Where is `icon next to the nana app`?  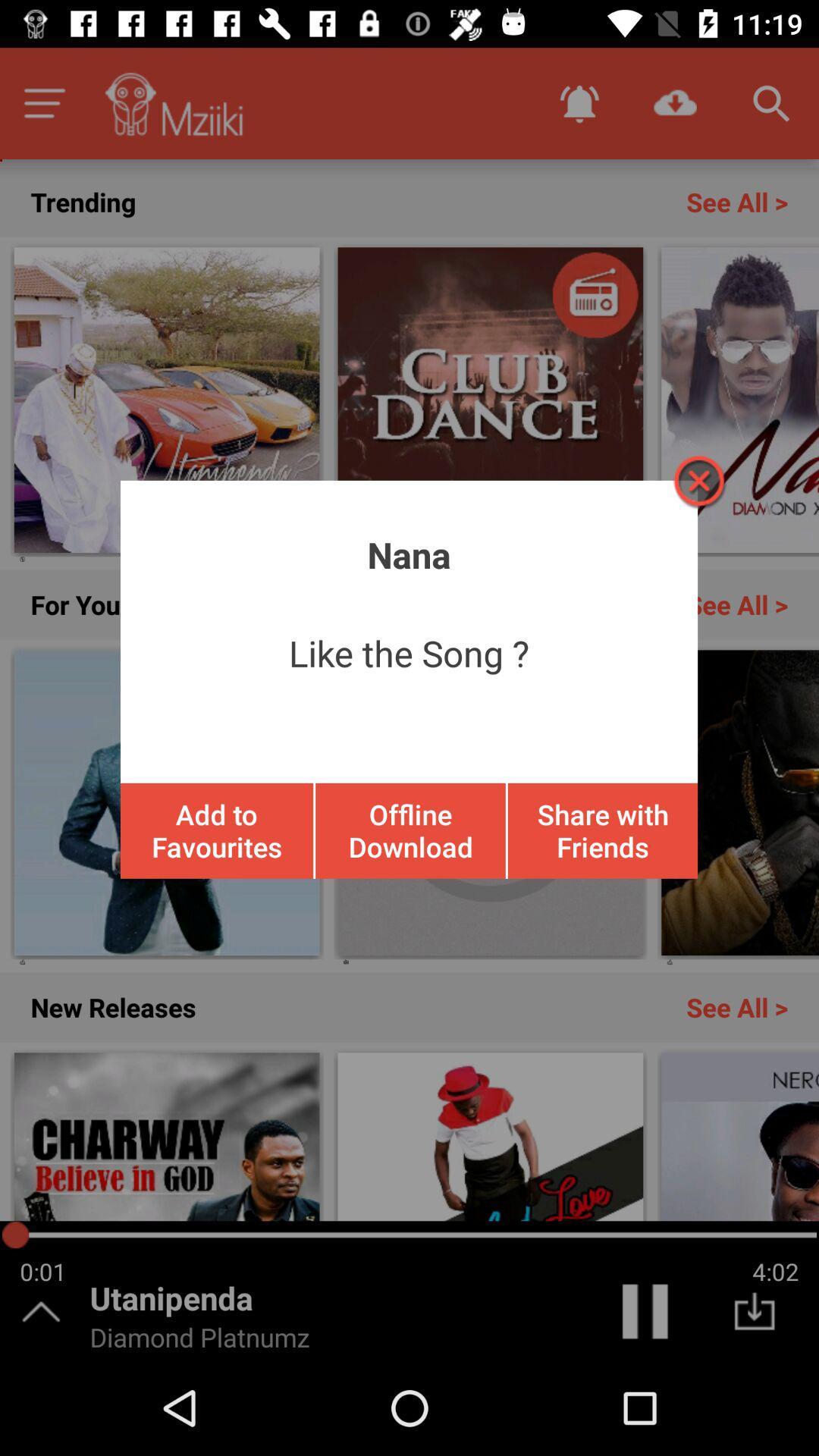 icon next to the nana app is located at coordinates (698, 480).